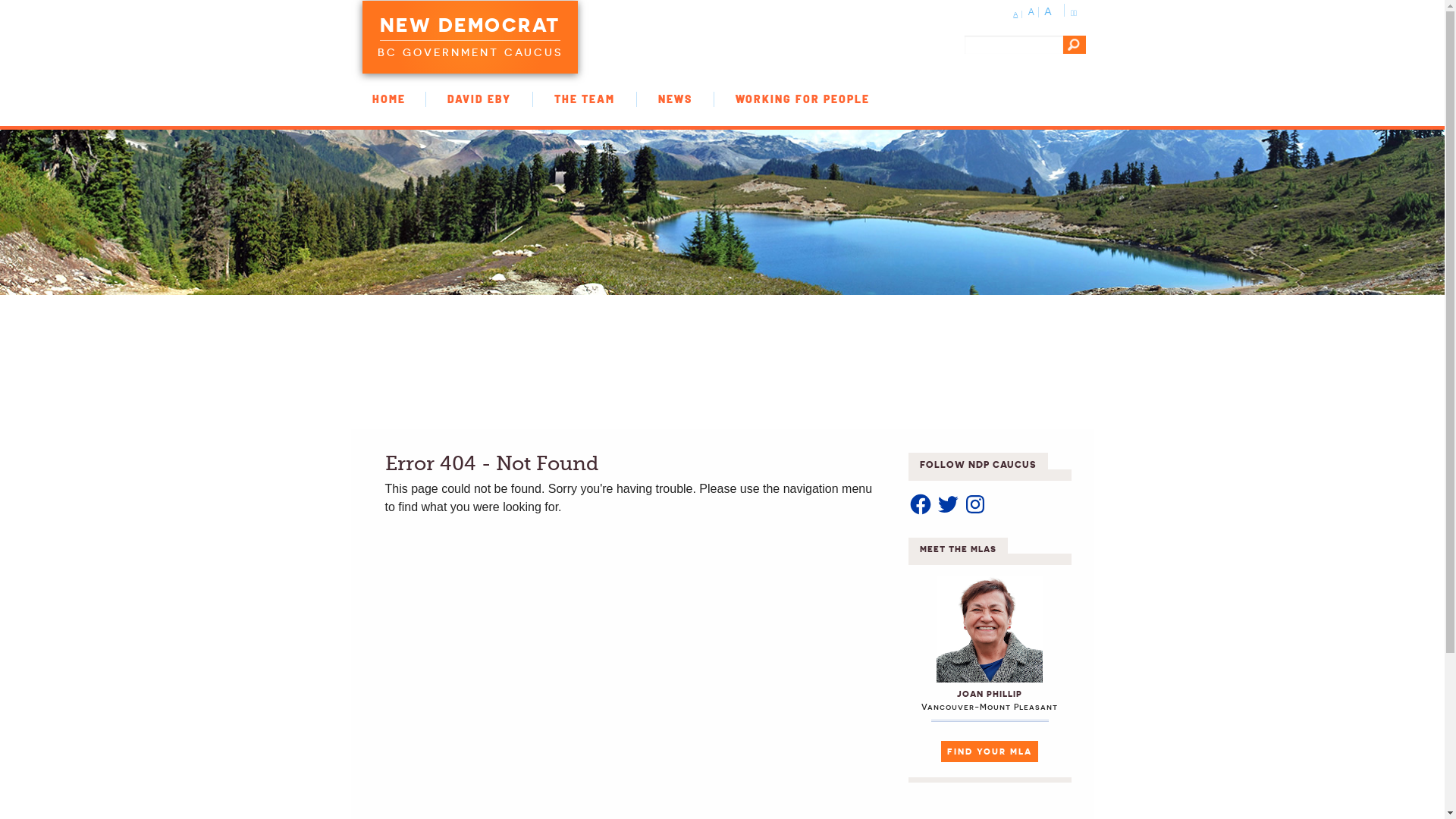 The height and width of the screenshot is (819, 1456). Describe the element at coordinates (802, 99) in the screenshot. I see `'WORKING FOR PEOPLE'` at that location.